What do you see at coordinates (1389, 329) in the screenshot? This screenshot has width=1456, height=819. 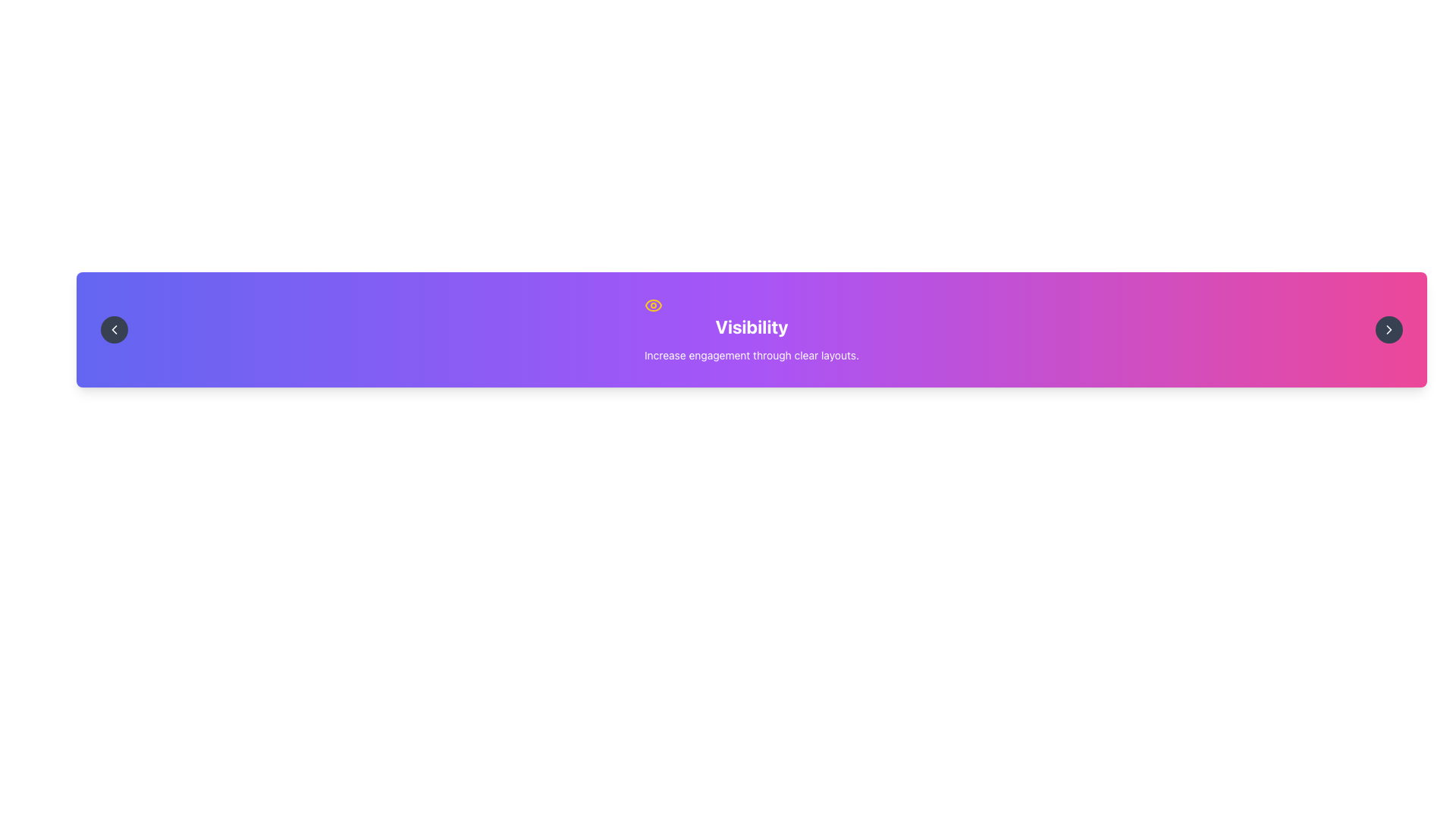 I see `the circular button with a dark gray background and a white right-pointing chevron icon` at bounding box center [1389, 329].